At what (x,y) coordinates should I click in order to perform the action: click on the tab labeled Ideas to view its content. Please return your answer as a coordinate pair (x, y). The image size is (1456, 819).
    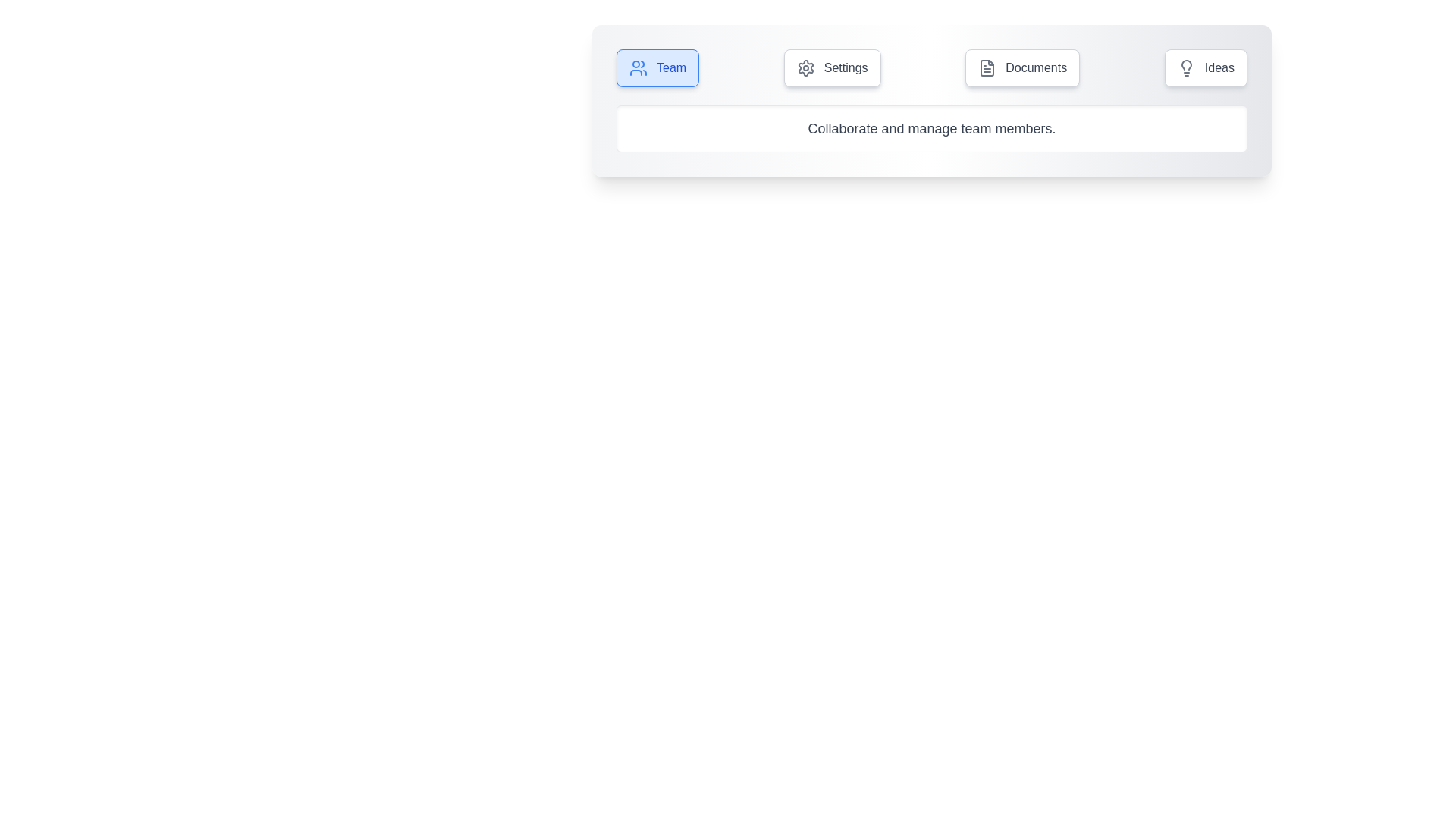
    Looking at the image, I should click on (1205, 67).